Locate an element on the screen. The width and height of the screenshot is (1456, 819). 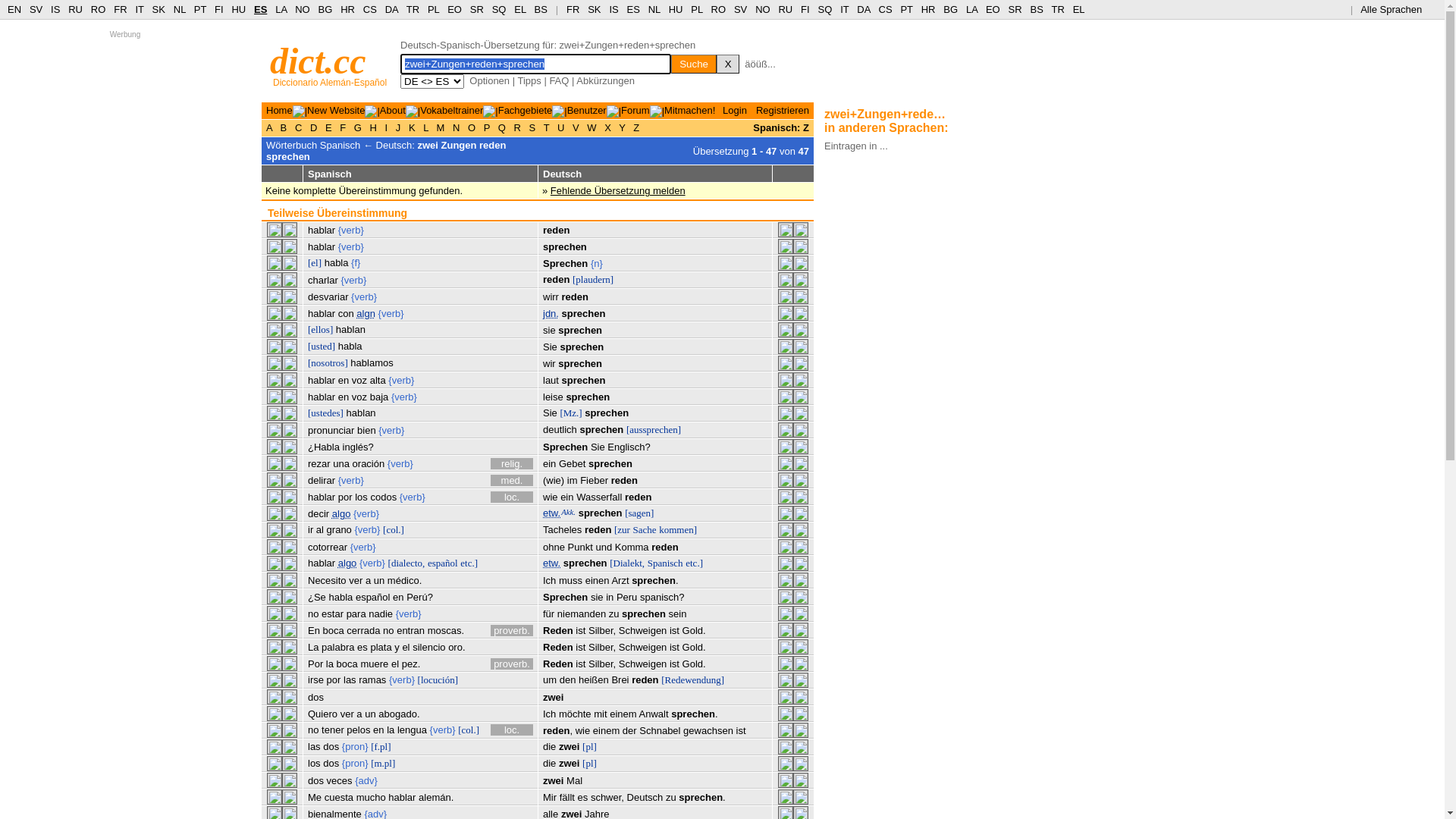
'E' is located at coordinates (322, 127).